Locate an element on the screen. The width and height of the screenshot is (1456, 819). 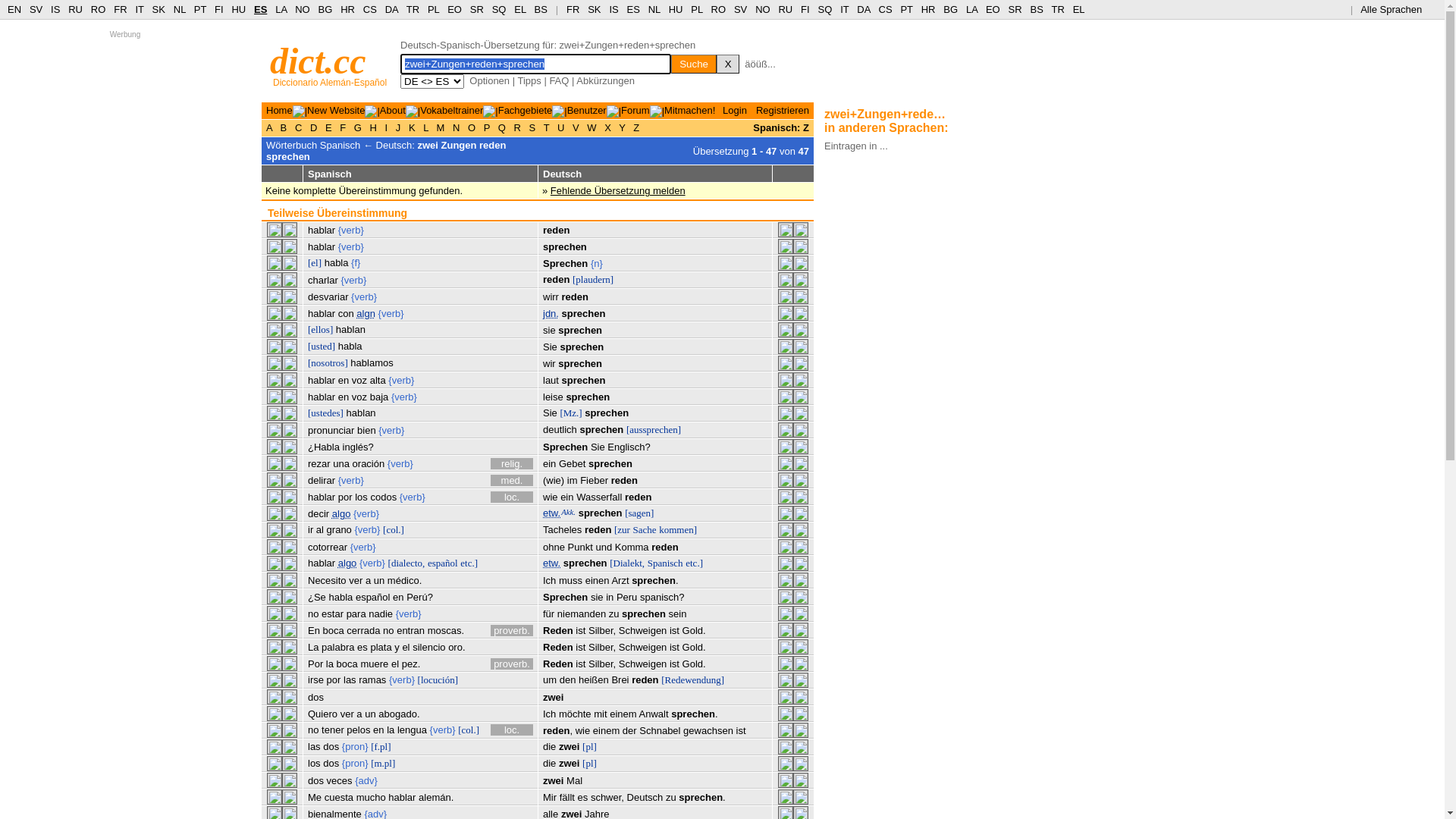
'E' is located at coordinates (322, 127).